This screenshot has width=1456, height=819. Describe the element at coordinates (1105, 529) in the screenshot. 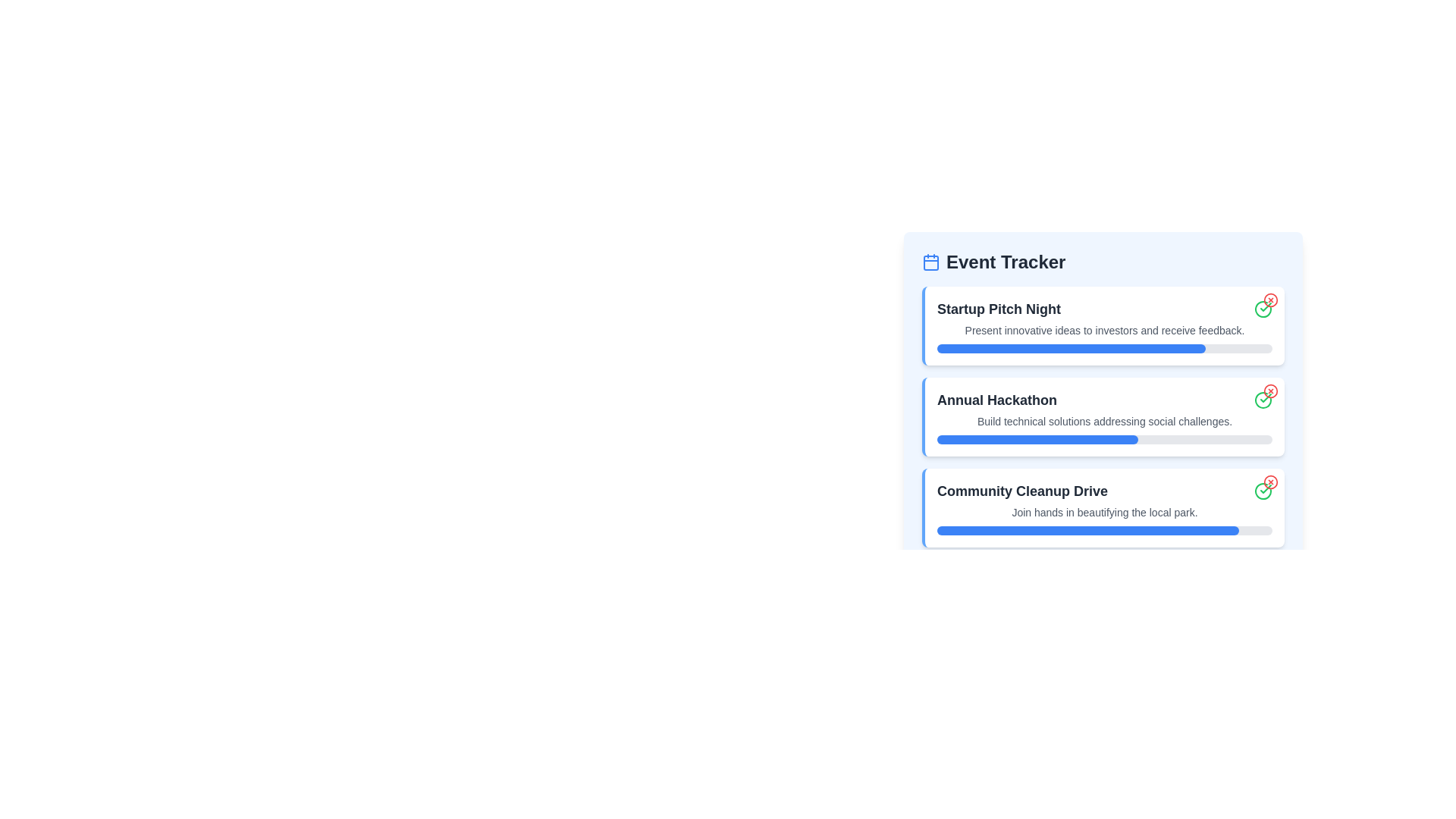

I see `the Progress Bar indicating 90% completion of the Community Cleanup Drive event, located at the bottom of the card in the Event Tracker list` at that location.